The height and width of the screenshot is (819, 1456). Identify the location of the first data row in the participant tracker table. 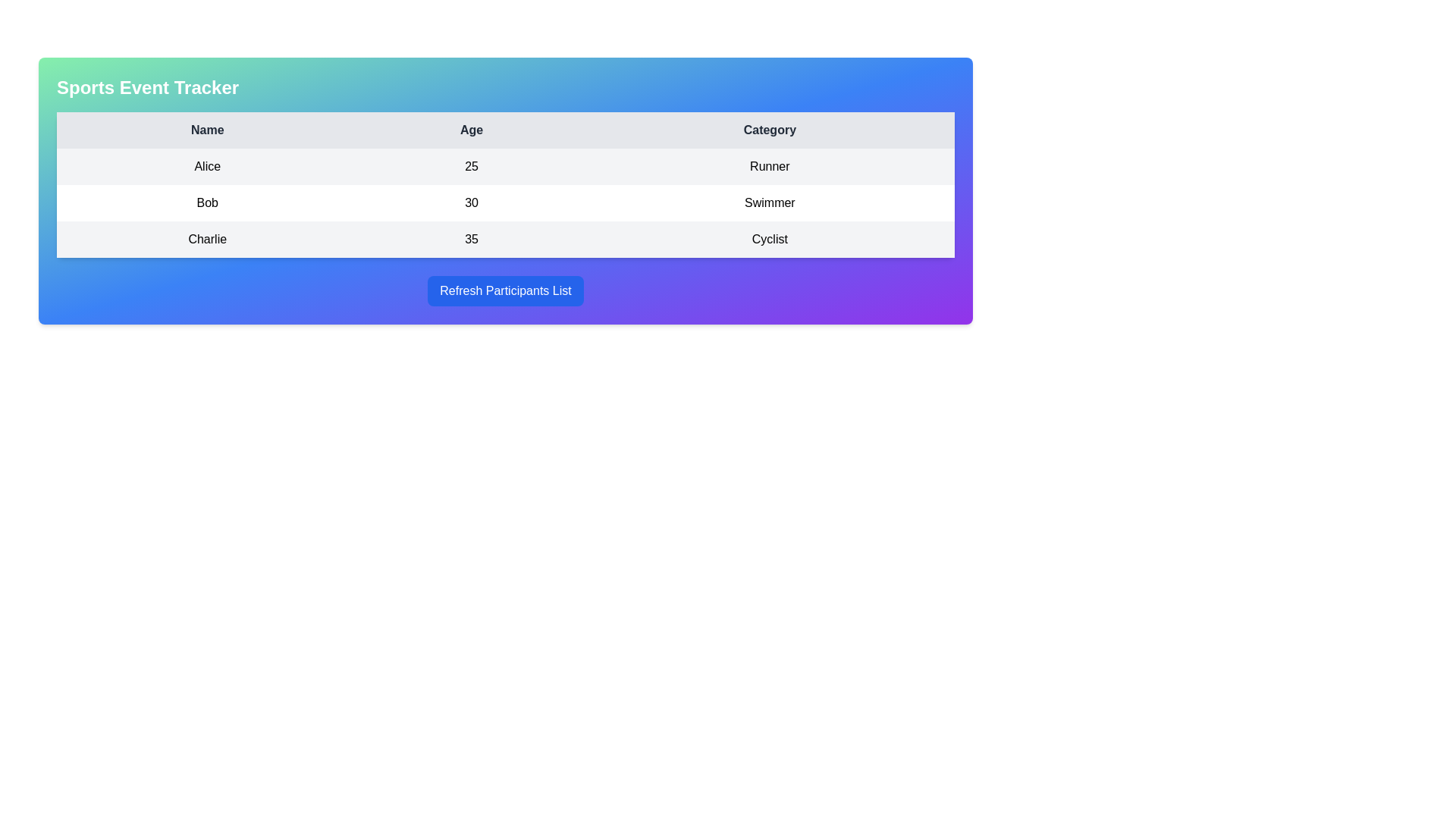
(506, 166).